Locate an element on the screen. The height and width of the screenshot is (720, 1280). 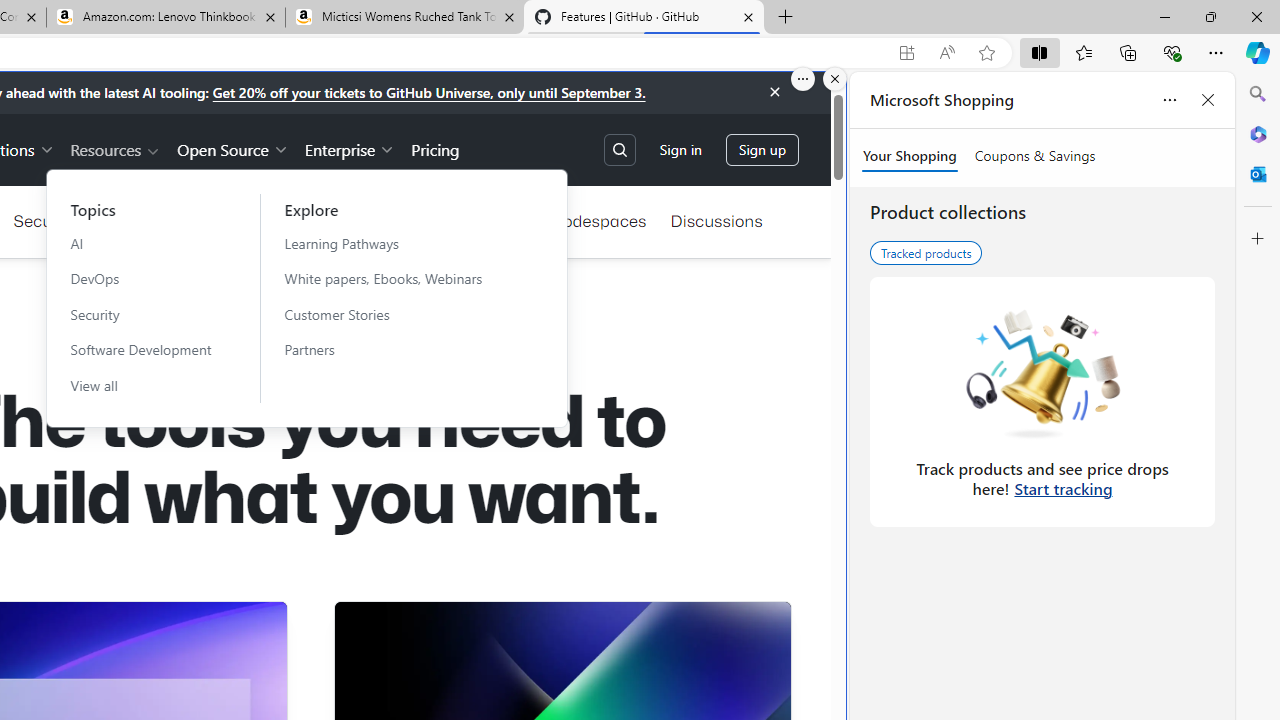
'Codespaces' is located at coordinates (597, 221).